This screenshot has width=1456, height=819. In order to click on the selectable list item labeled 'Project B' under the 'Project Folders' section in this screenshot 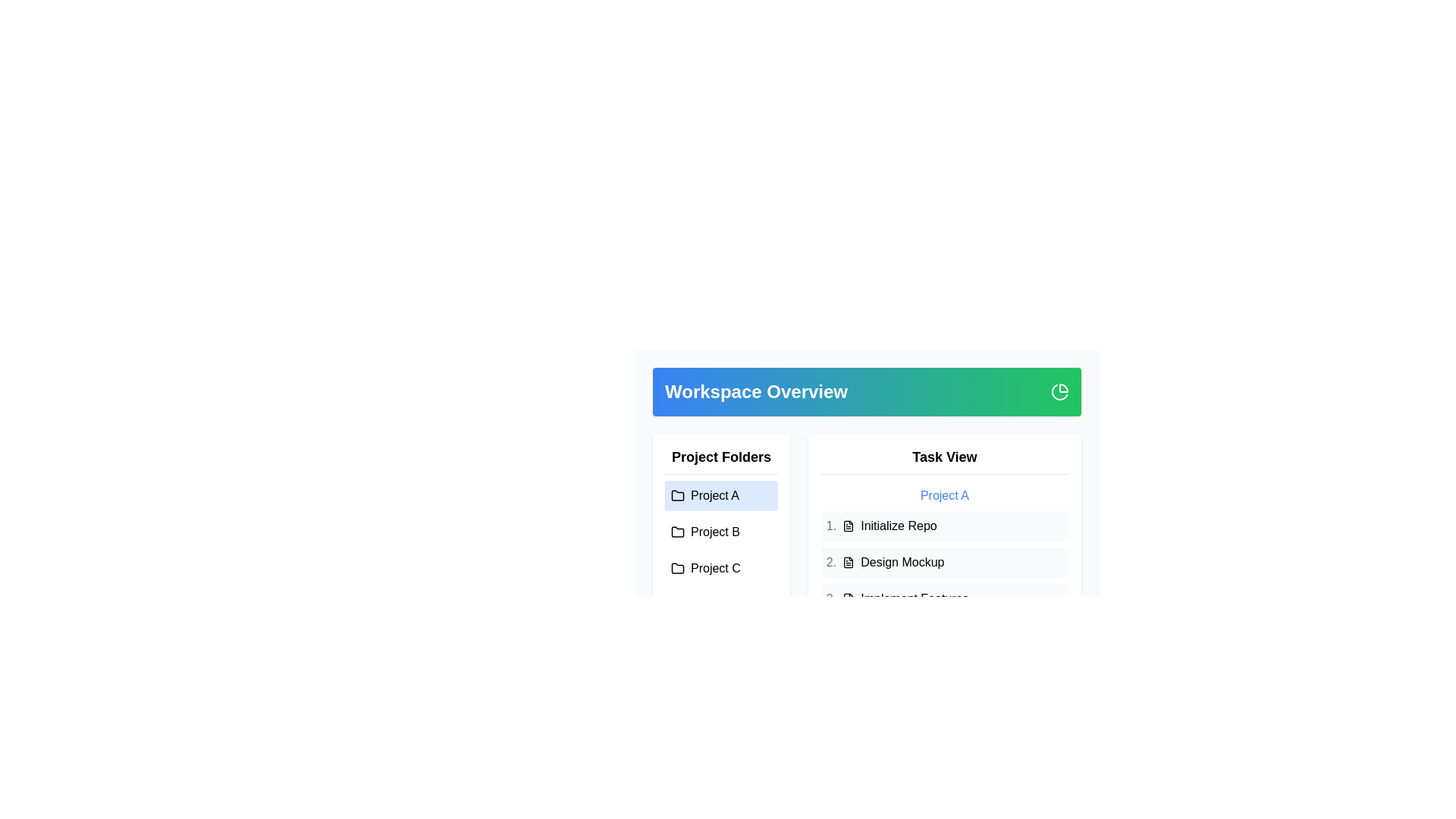, I will do `click(720, 532)`.